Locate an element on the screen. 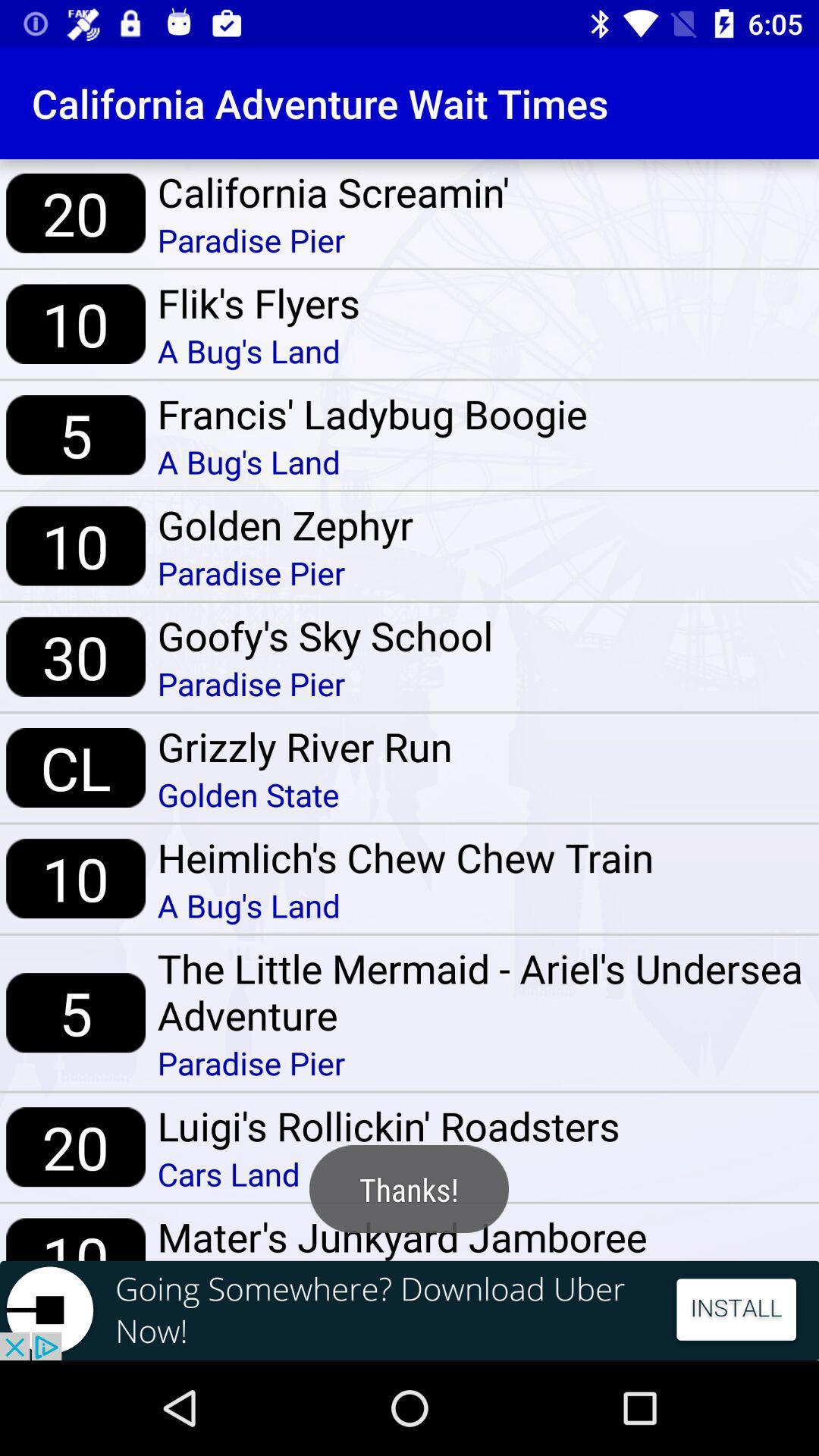 Image resolution: width=819 pixels, height=1456 pixels. the cl icon is located at coordinates (76, 767).